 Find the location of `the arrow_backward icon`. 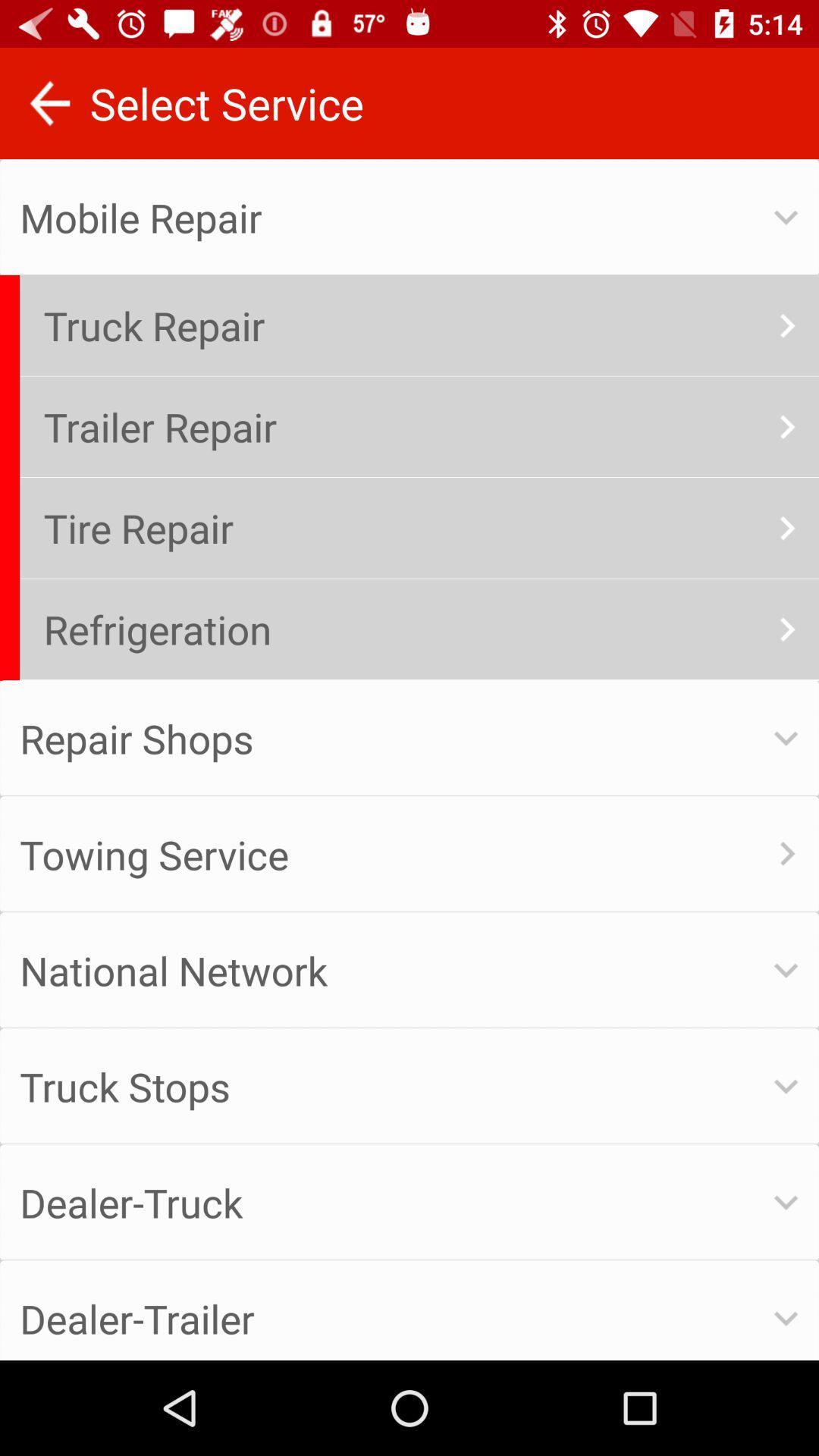

the arrow_backward icon is located at coordinates (49, 102).